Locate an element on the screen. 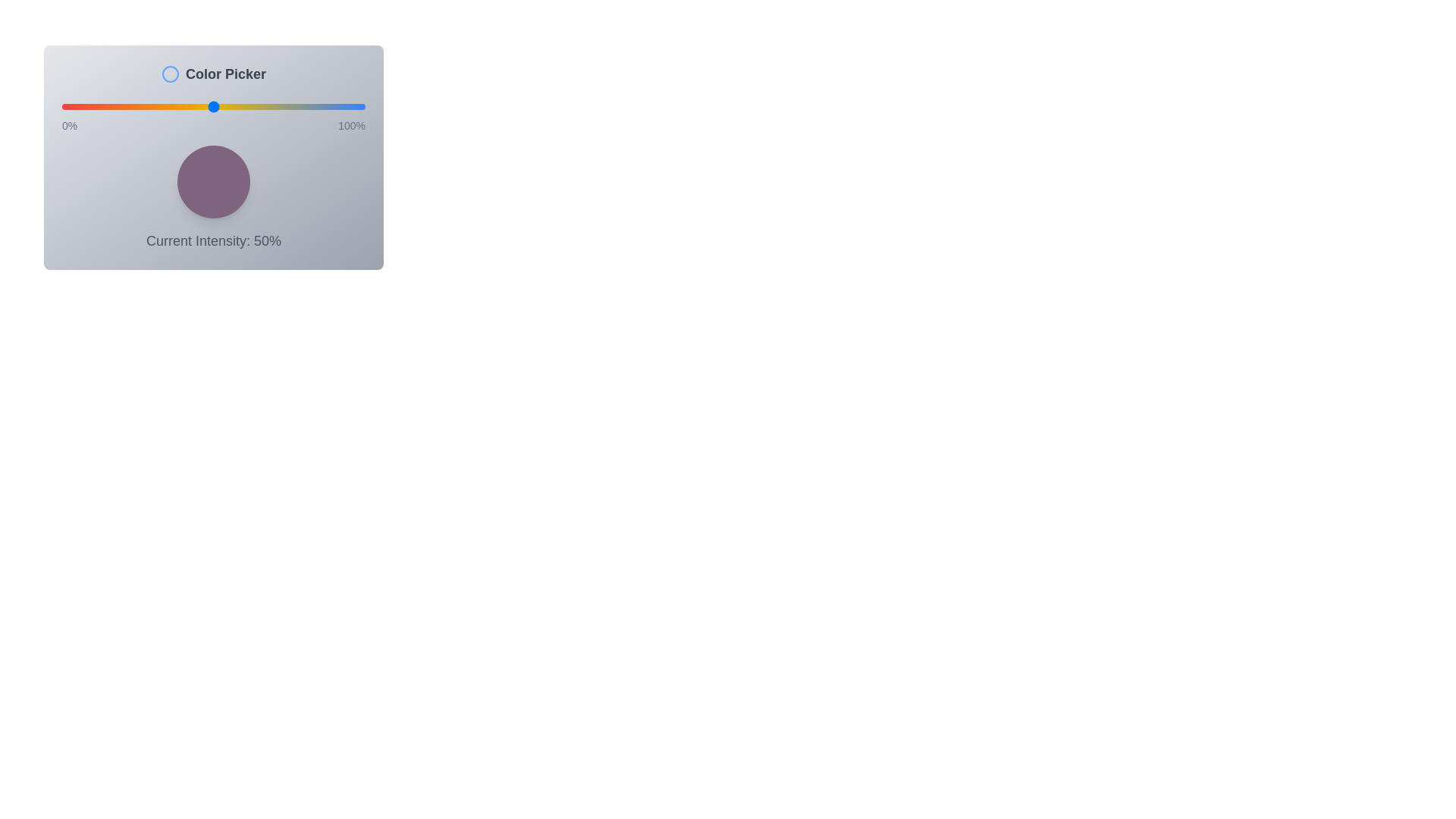  the intensity slider to 33% is located at coordinates (162, 106).